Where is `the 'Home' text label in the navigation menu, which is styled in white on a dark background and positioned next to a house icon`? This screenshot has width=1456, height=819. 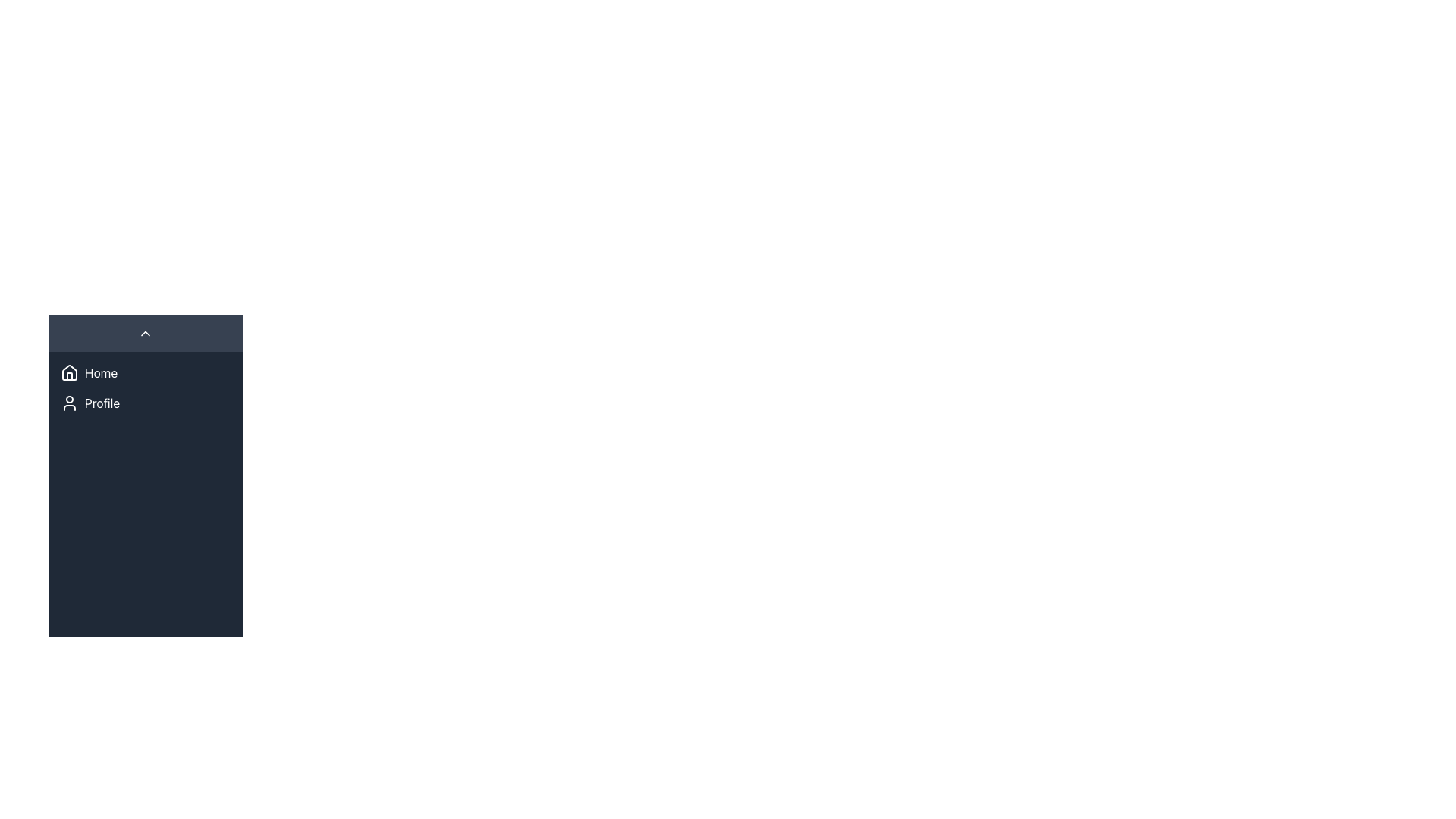
the 'Home' text label in the navigation menu, which is styled in white on a dark background and positioned next to a house icon is located at coordinates (100, 373).